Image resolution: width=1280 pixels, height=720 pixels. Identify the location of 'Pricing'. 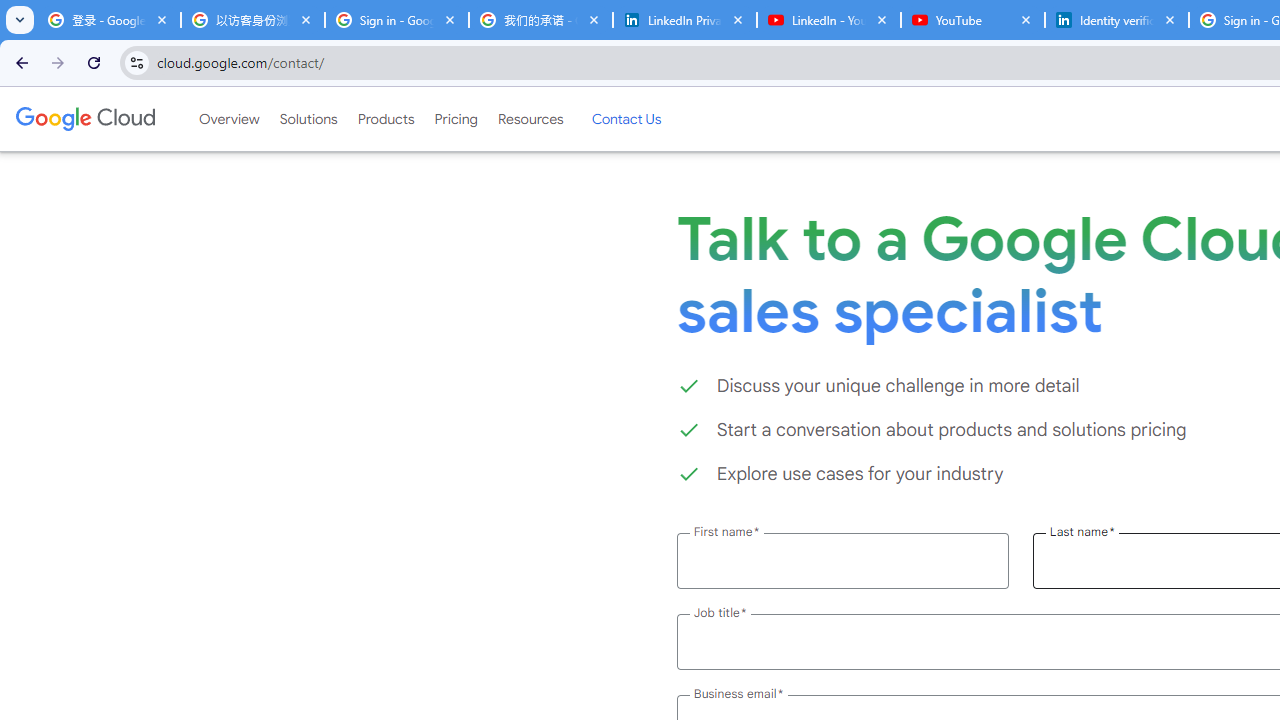
(454, 119).